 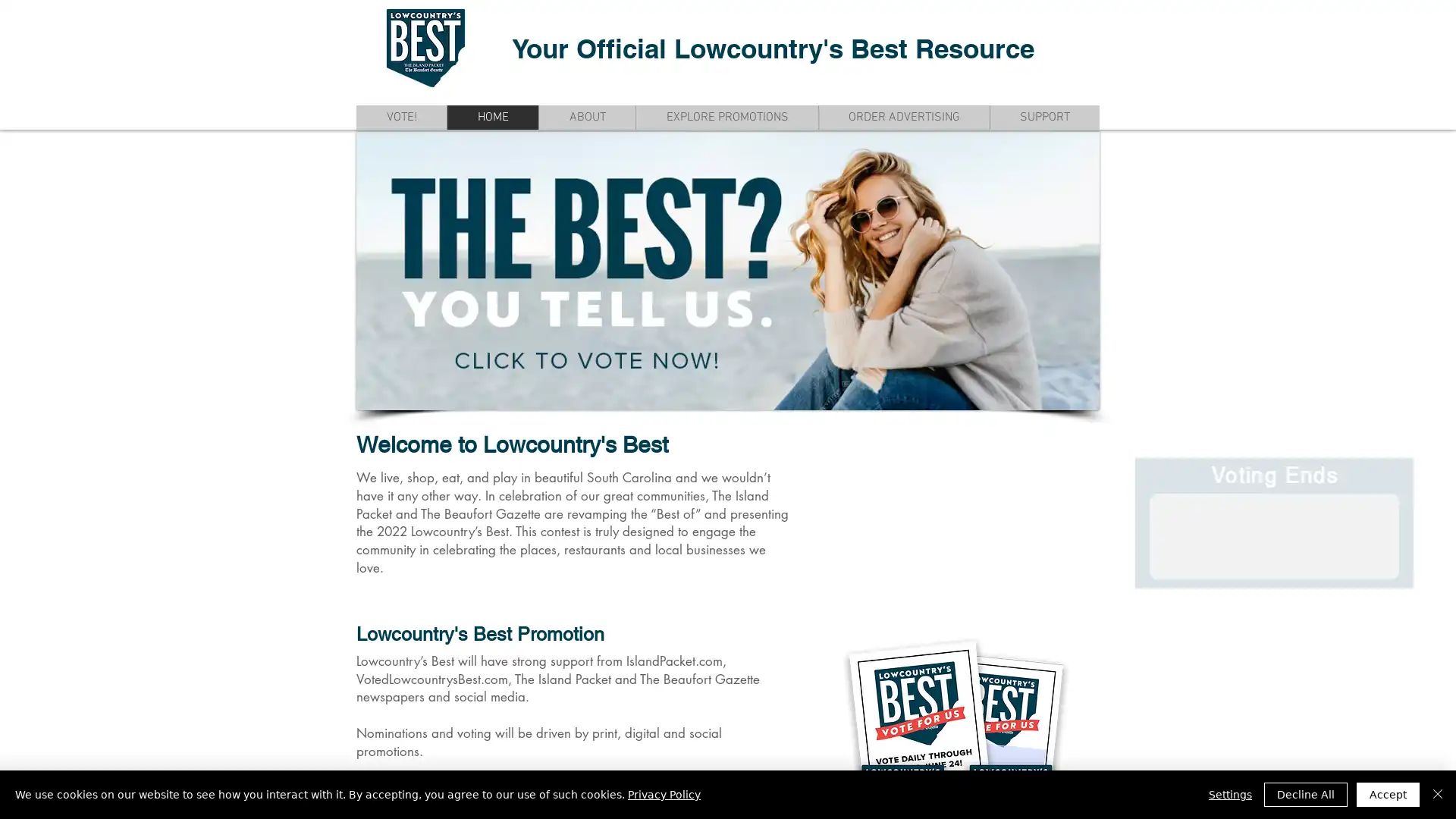 I want to click on Accept, so click(x=1388, y=794).